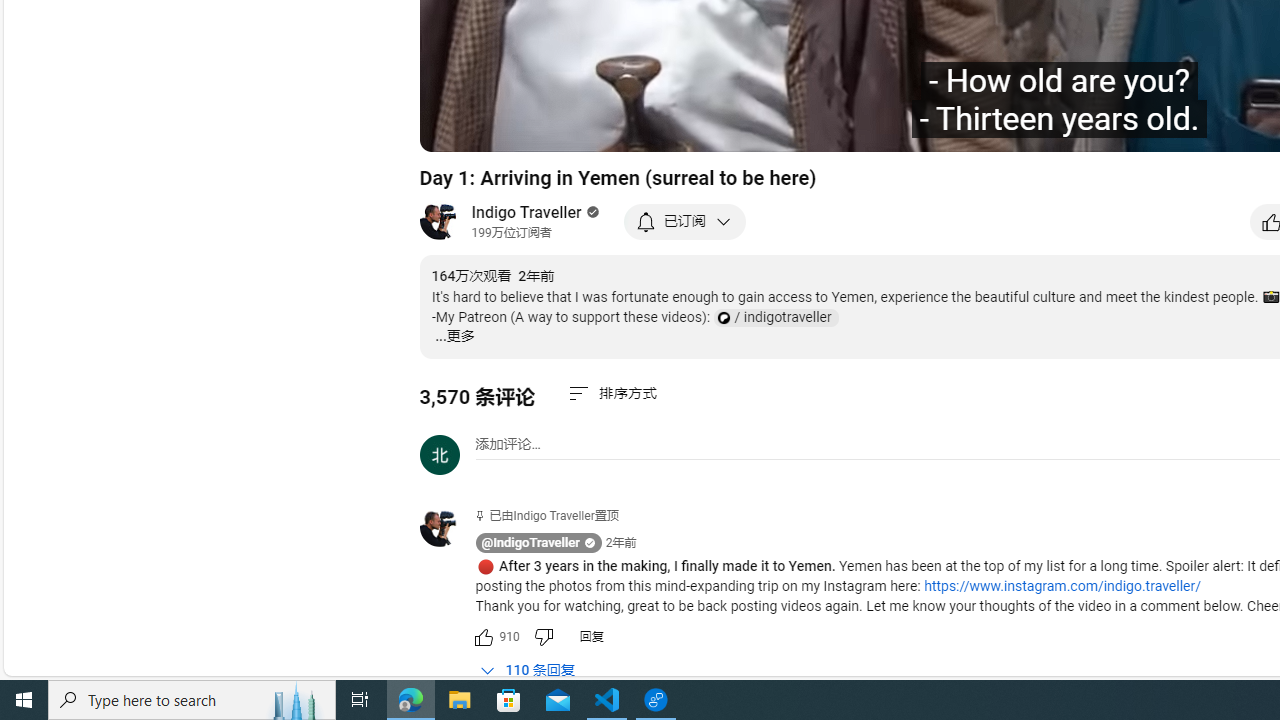 The width and height of the screenshot is (1280, 720). What do you see at coordinates (508, 443) in the screenshot?
I see `'AutomationID: simplebox-placeholder'` at bounding box center [508, 443].